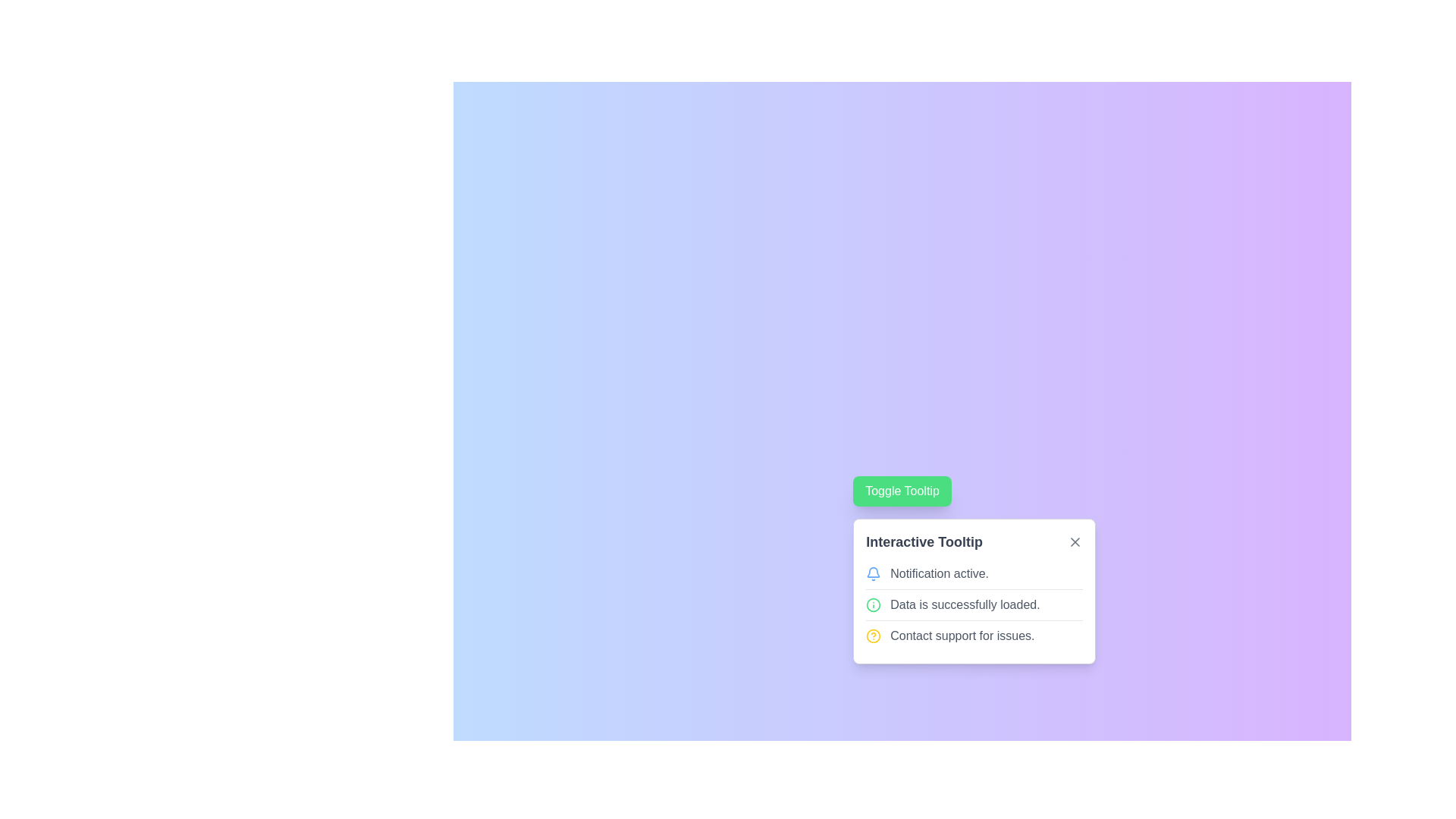  Describe the element at coordinates (974, 635) in the screenshot. I see `the third item in the vertically stacked group of notifications within the tooltip to obtain more details or initiate contact for assistance` at that location.